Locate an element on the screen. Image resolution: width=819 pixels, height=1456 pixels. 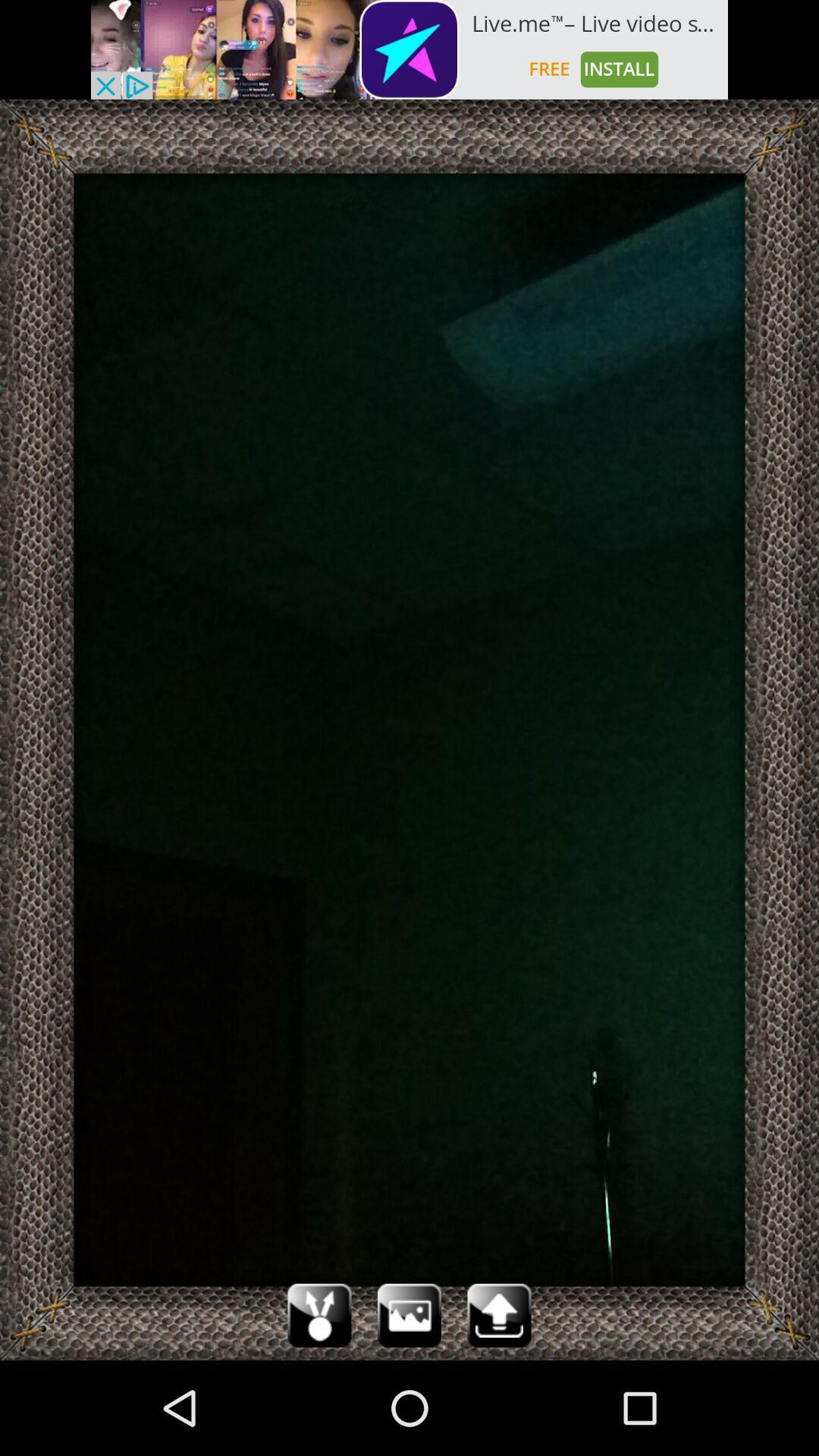
the wallpaper icon is located at coordinates (409, 1407).